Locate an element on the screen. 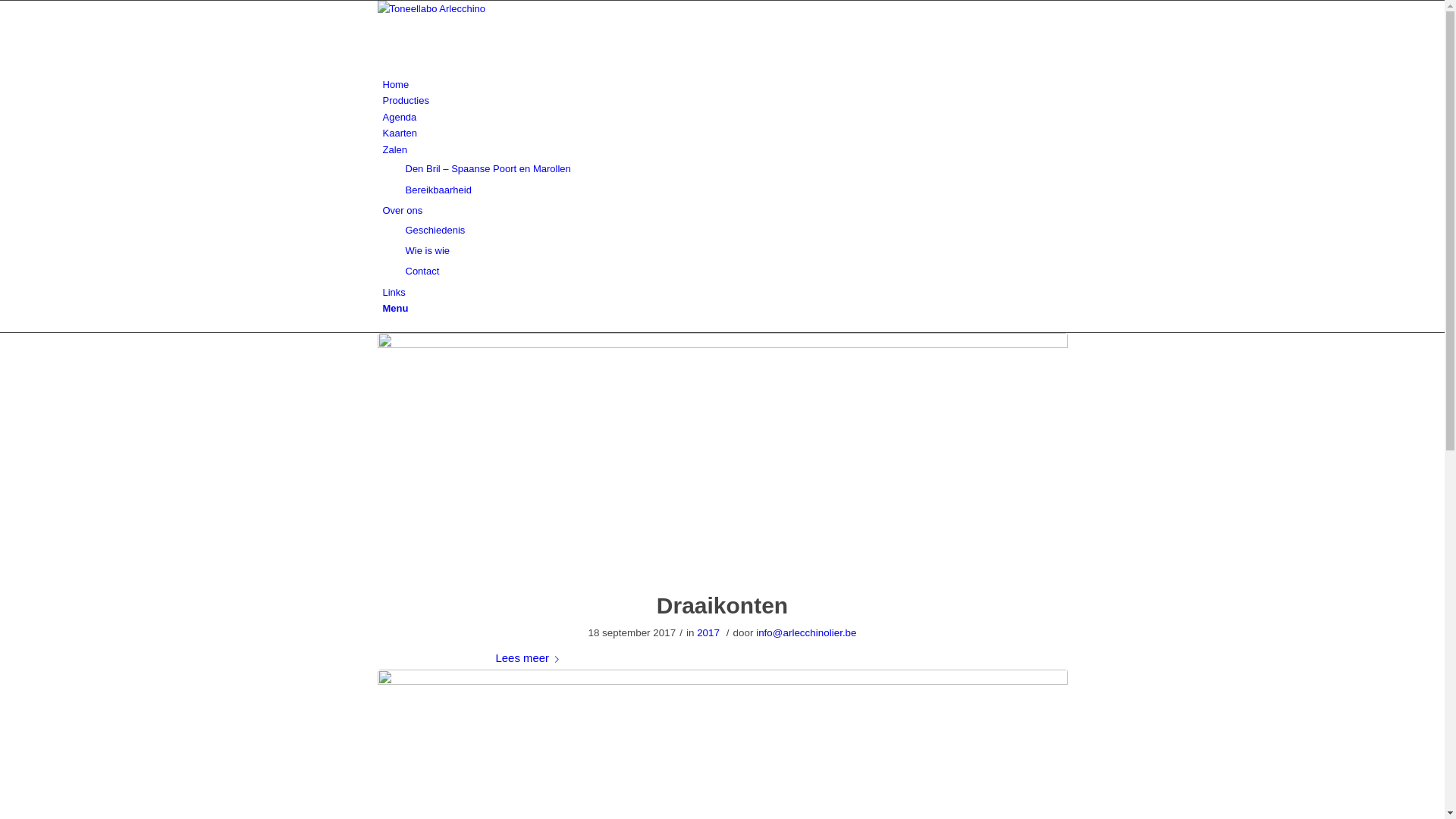 The image size is (1456, 819). 'Over ons' is located at coordinates (402, 210).